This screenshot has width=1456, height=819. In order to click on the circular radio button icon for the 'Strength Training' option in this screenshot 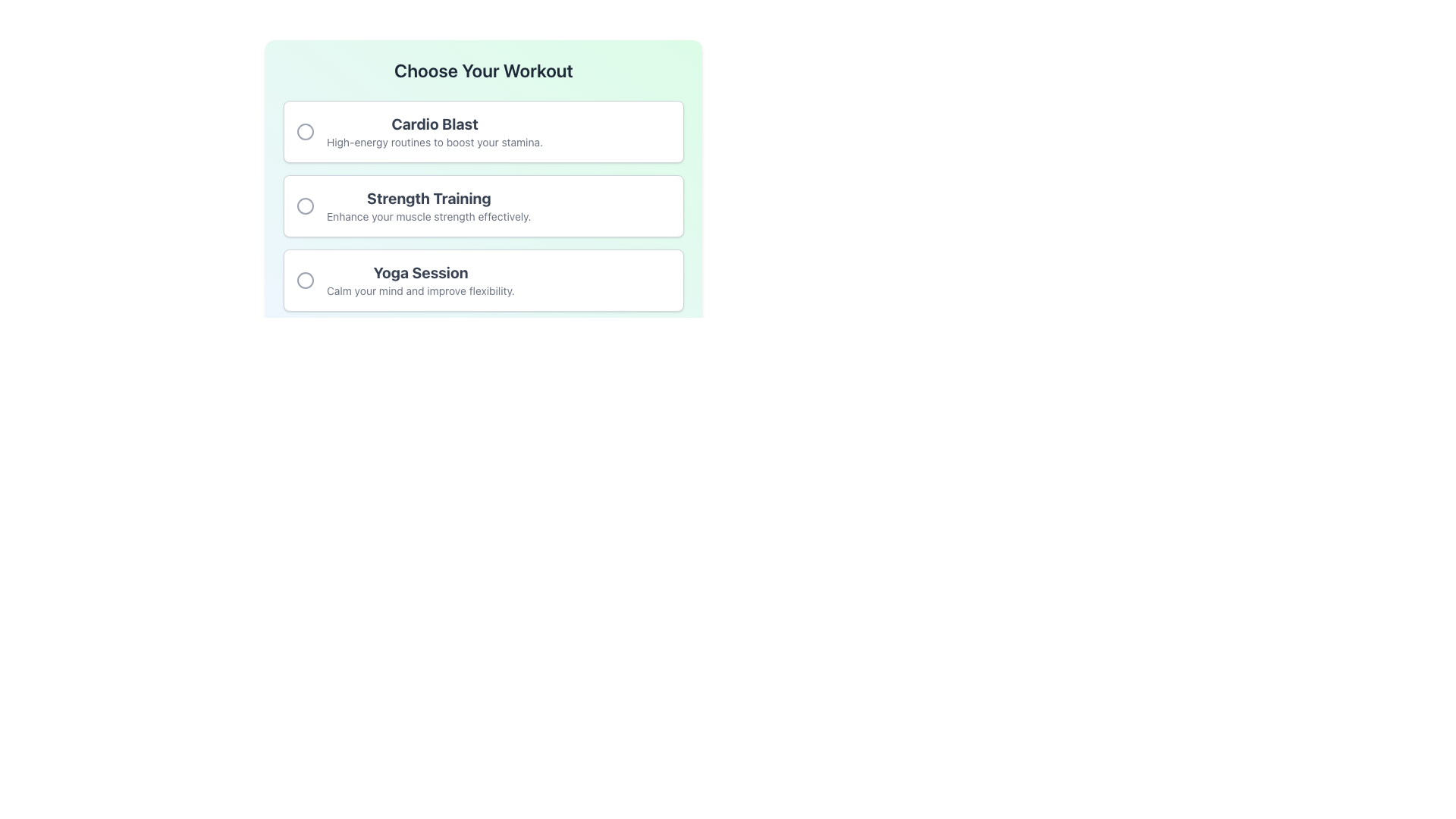, I will do `click(305, 206)`.